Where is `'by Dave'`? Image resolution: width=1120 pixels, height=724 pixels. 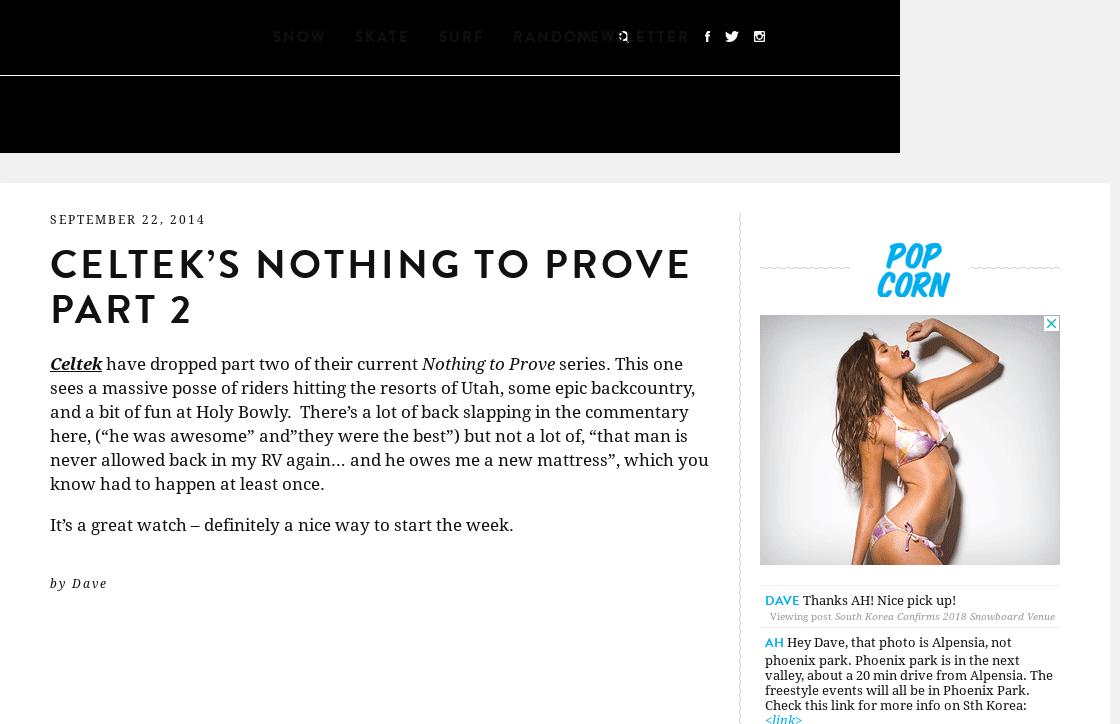 'by Dave' is located at coordinates (78, 583).